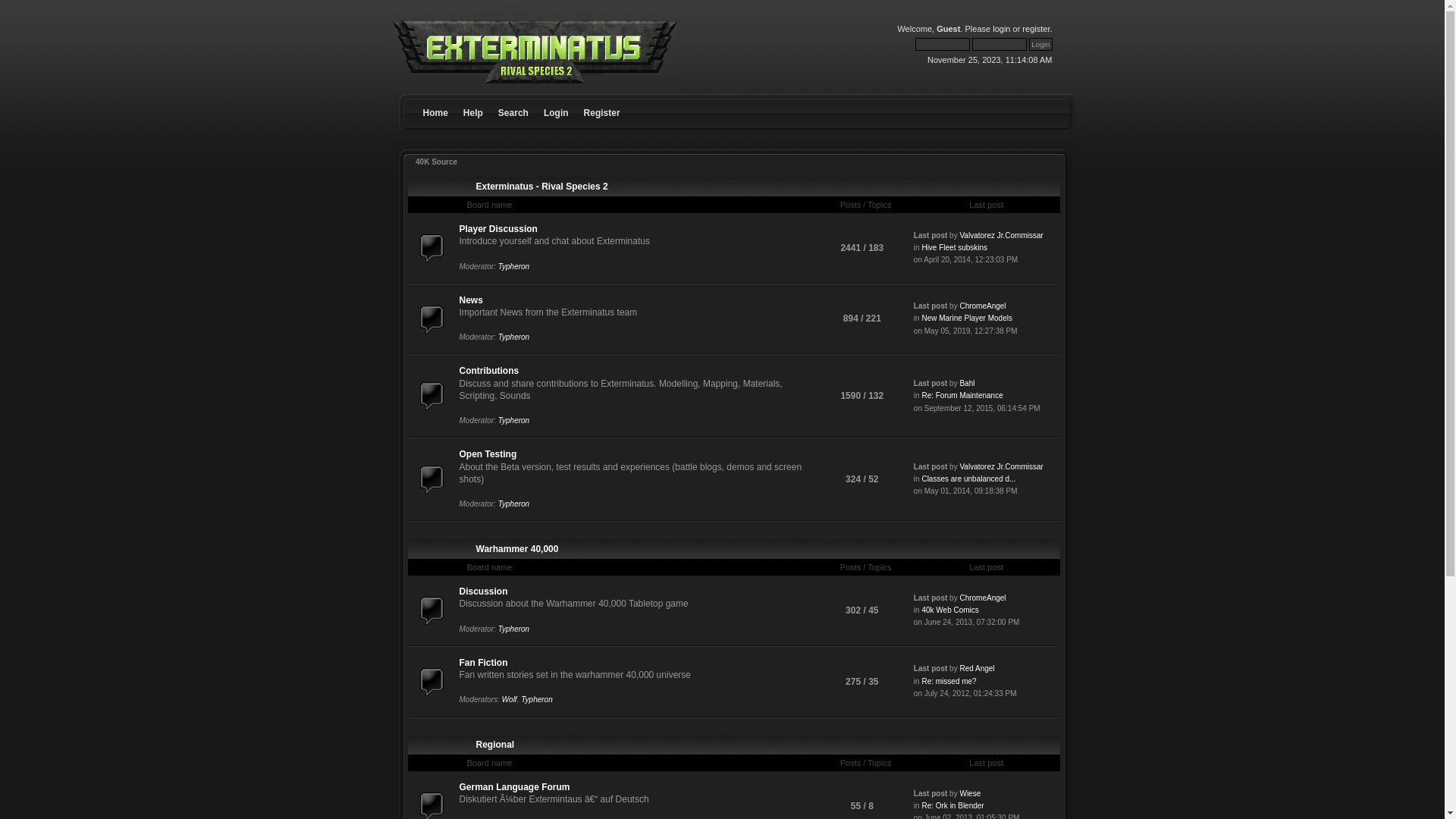 The width and height of the screenshot is (1456, 819). I want to click on 'Player Discussion', so click(458, 228).